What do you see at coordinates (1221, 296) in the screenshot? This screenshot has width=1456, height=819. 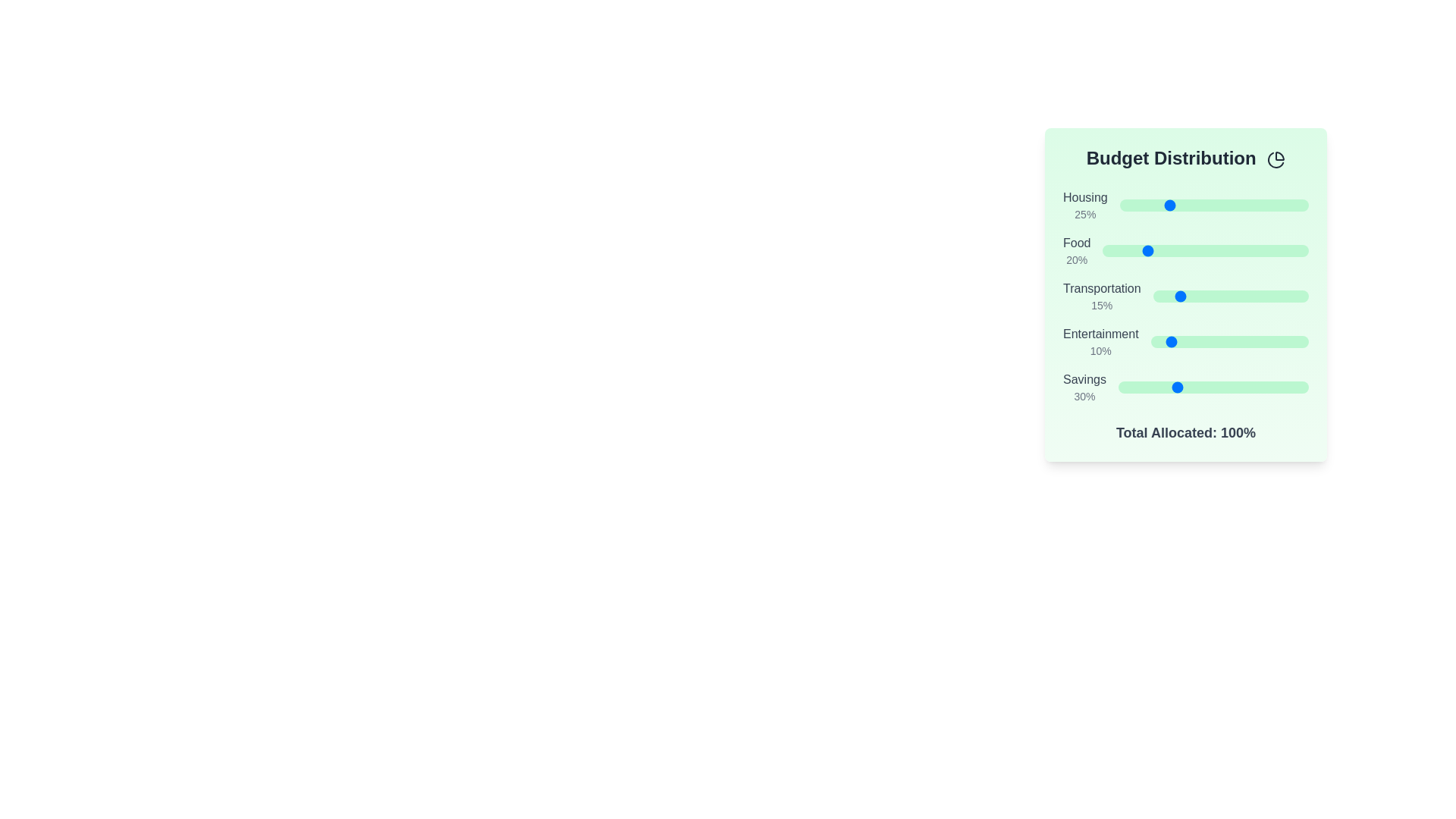 I see `the Transportation slider to 44%` at bounding box center [1221, 296].